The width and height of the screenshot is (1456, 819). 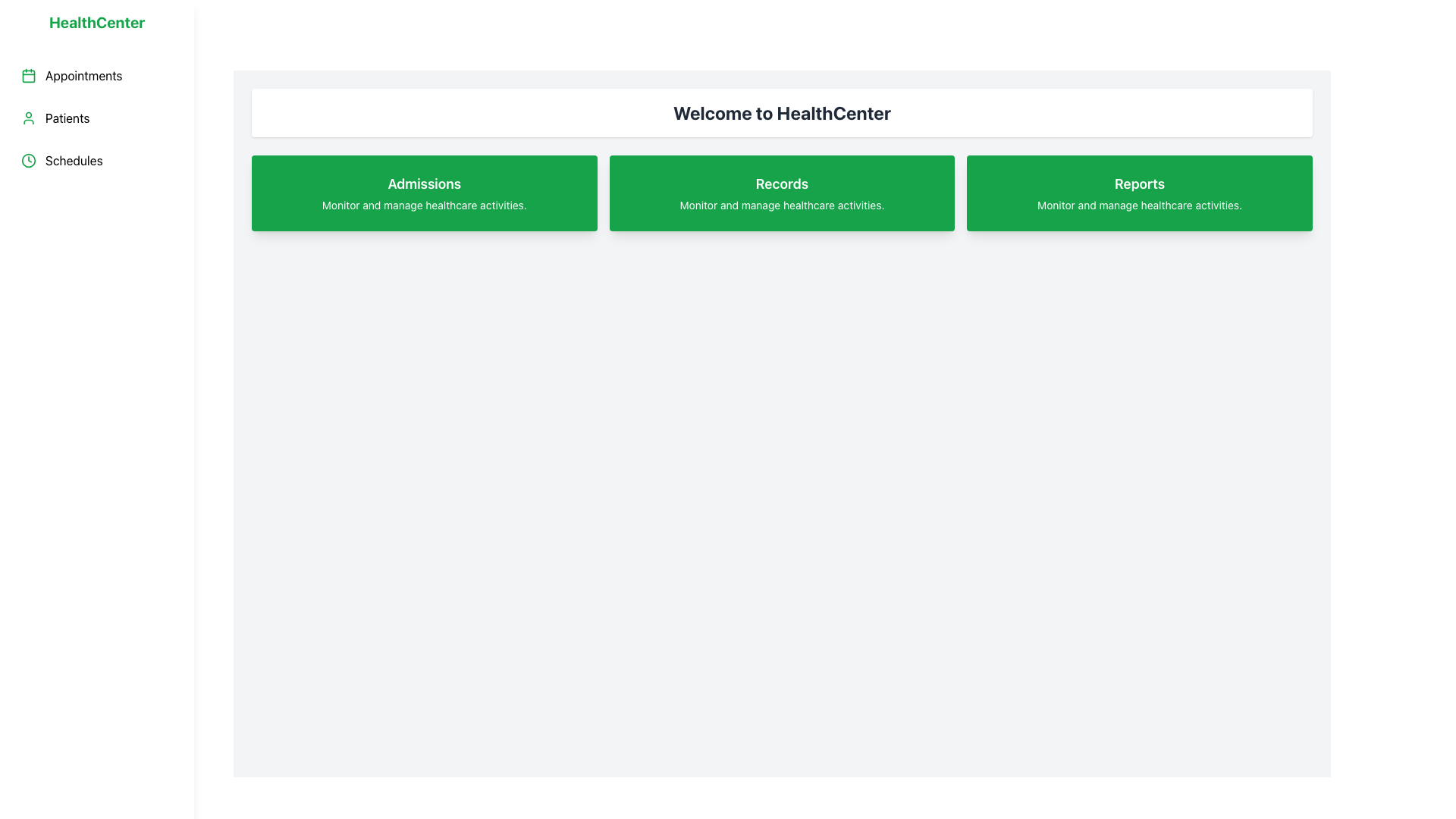 What do you see at coordinates (29, 76) in the screenshot?
I see `the rounded rectangle element that visually represents a date or calendar day within the calendar icon in the left-hand navigation menu` at bounding box center [29, 76].